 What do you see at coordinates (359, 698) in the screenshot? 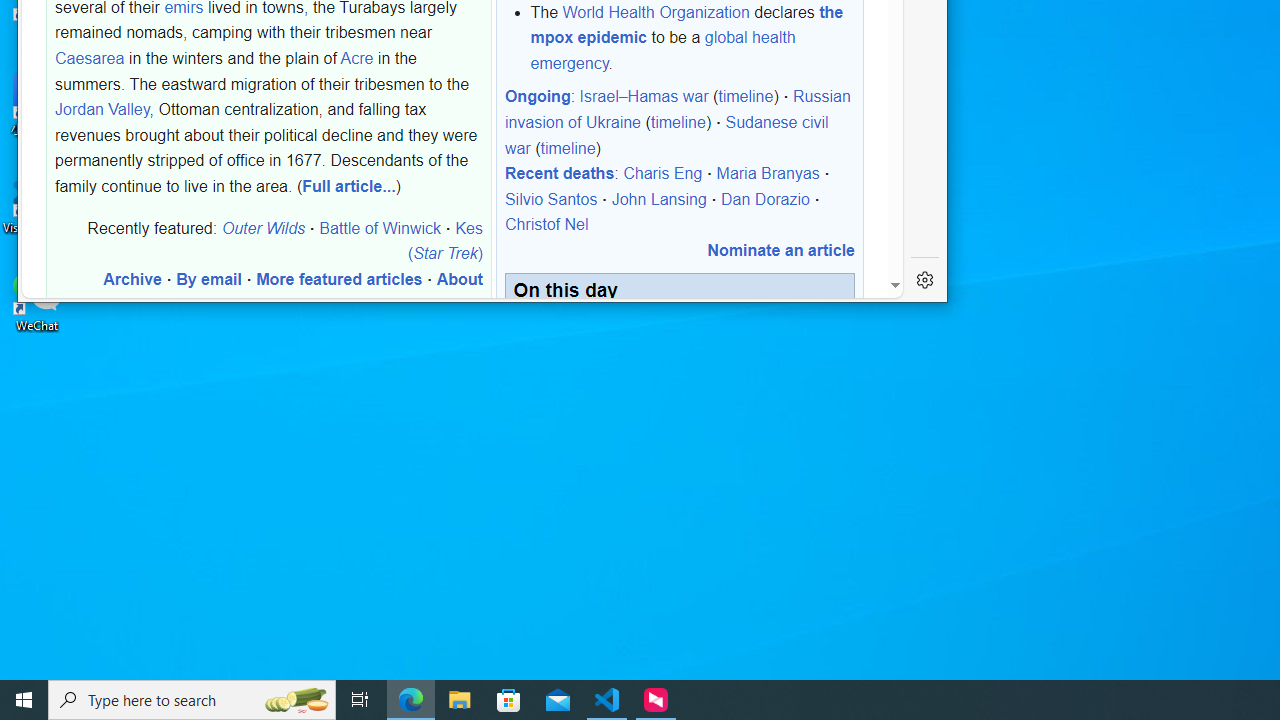
I see `'Task View'` at bounding box center [359, 698].